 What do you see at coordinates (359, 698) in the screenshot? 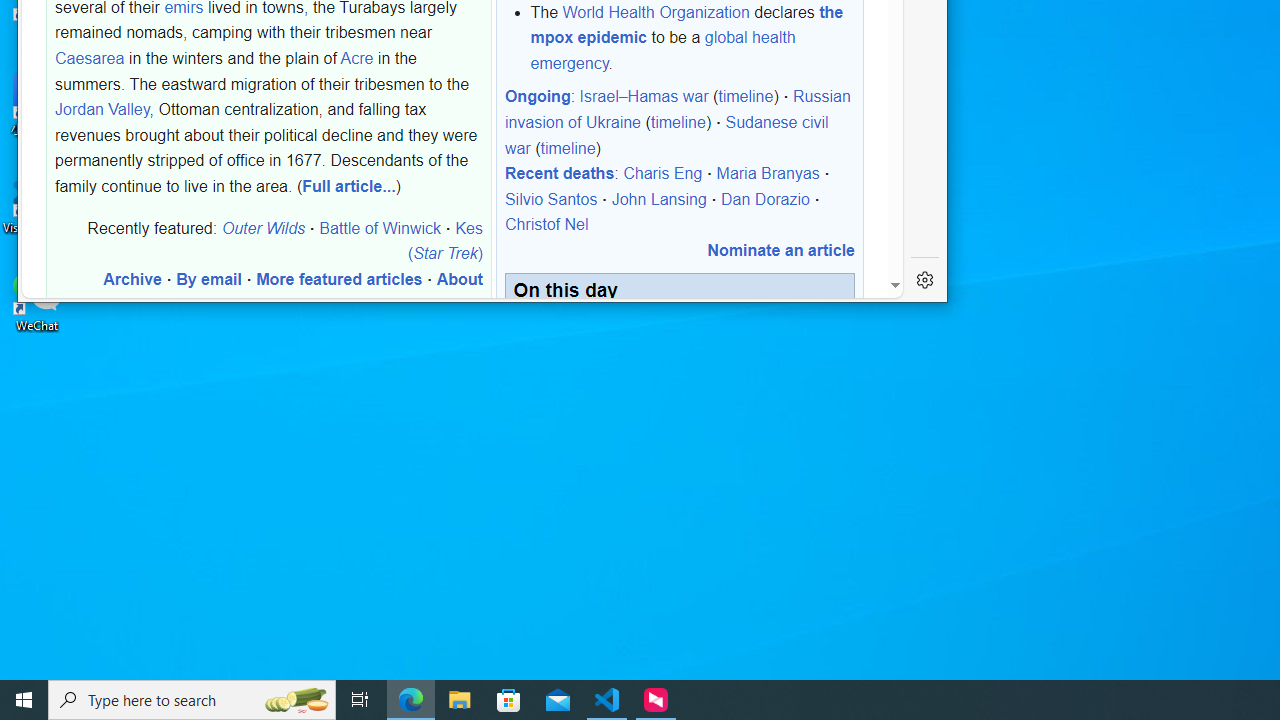
I see `'Task View'` at bounding box center [359, 698].